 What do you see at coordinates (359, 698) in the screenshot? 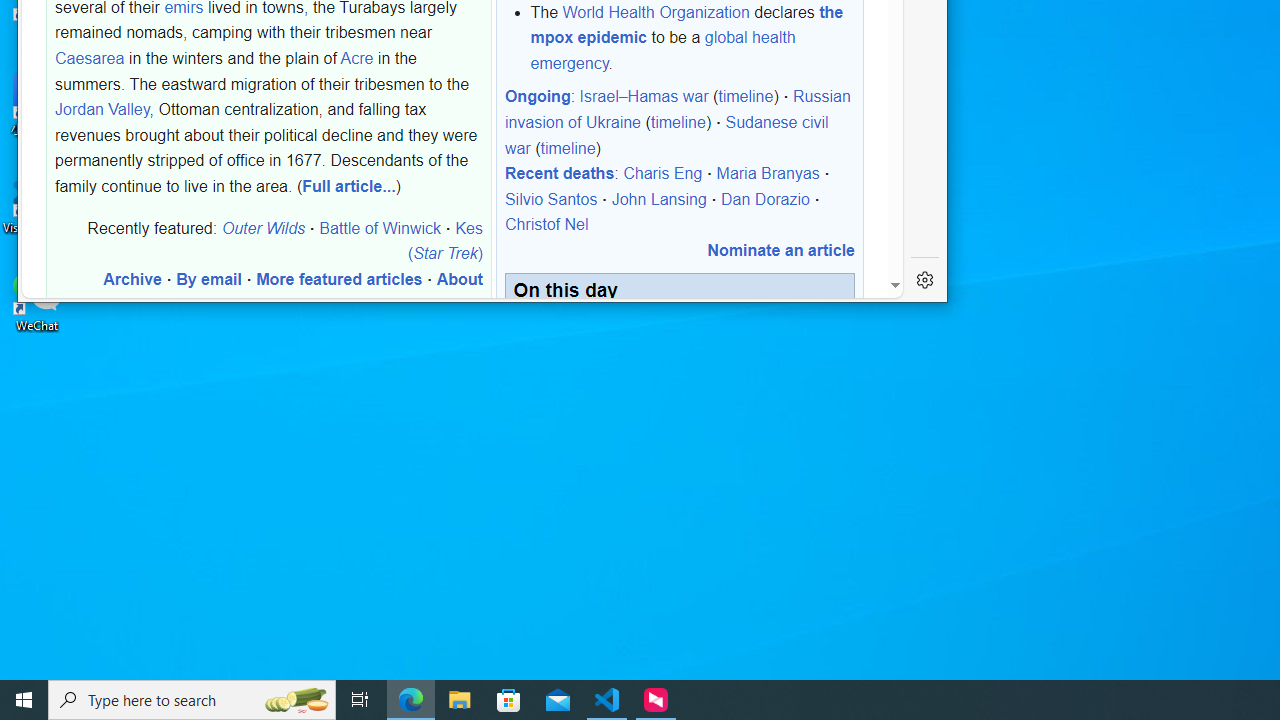
I see `'Task View'` at bounding box center [359, 698].